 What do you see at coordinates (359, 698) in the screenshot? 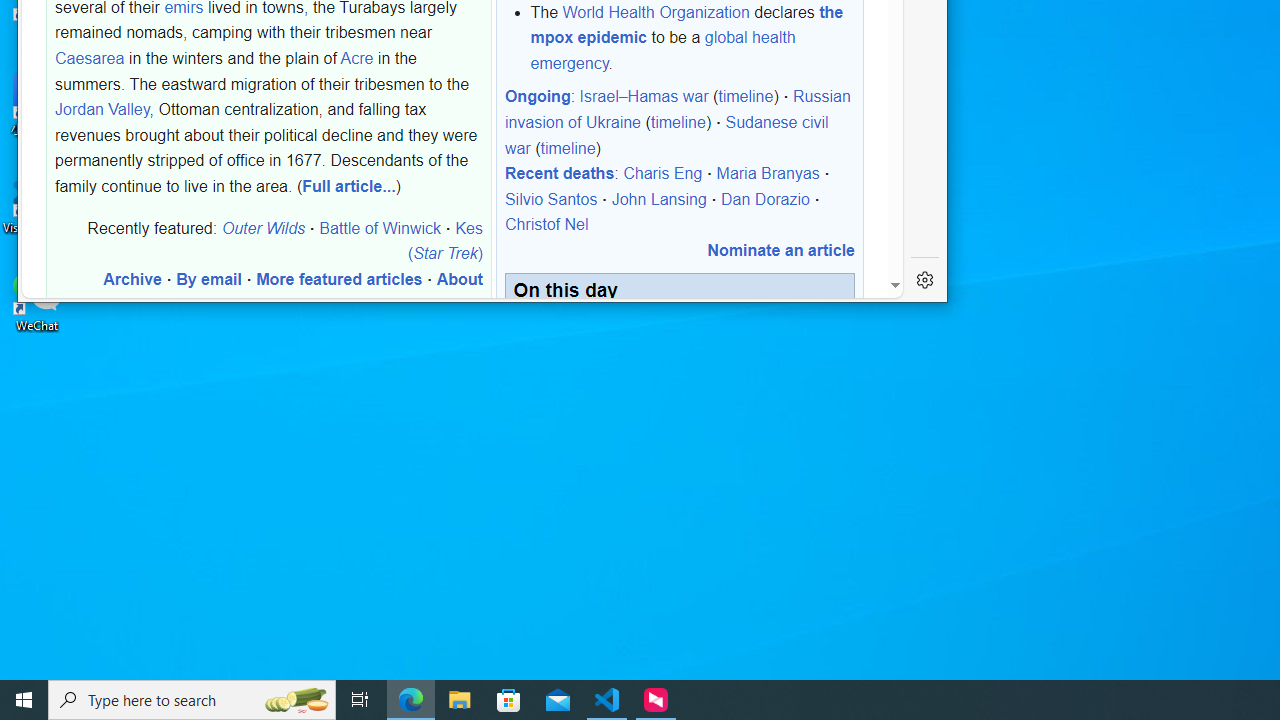
I see `'Task View'` at bounding box center [359, 698].